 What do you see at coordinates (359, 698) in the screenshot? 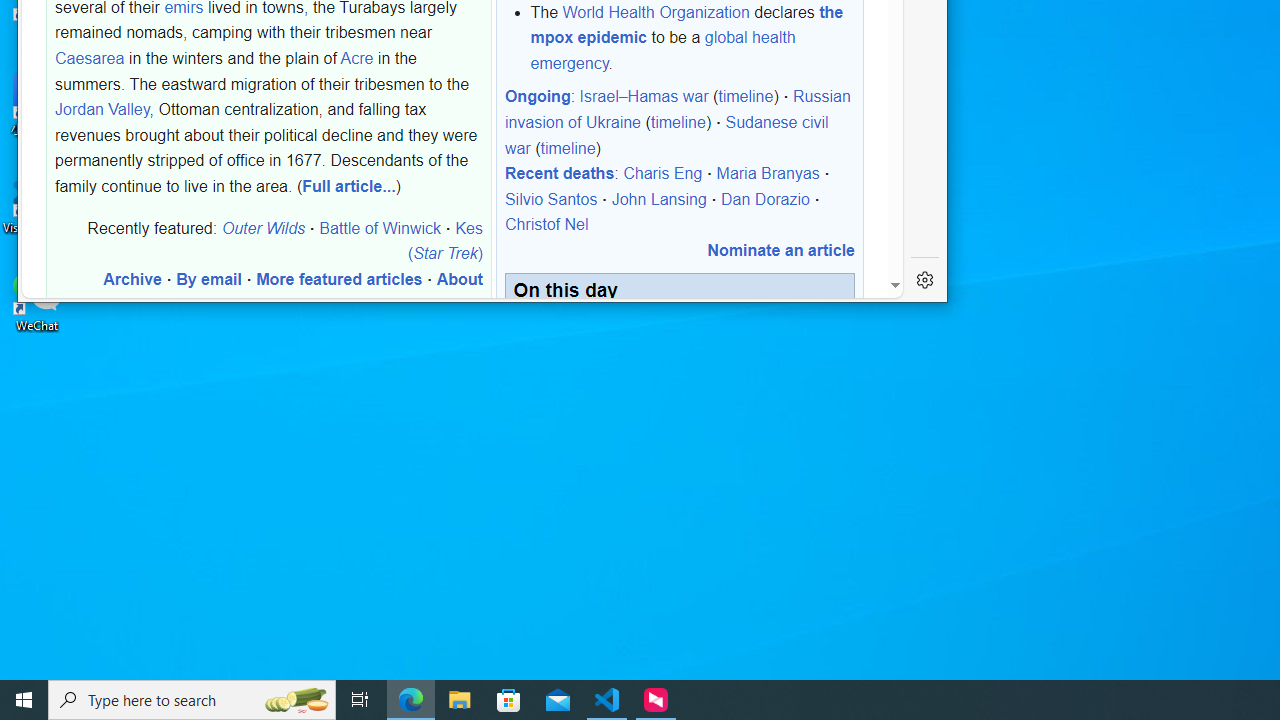
I see `'Task View'` at bounding box center [359, 698].